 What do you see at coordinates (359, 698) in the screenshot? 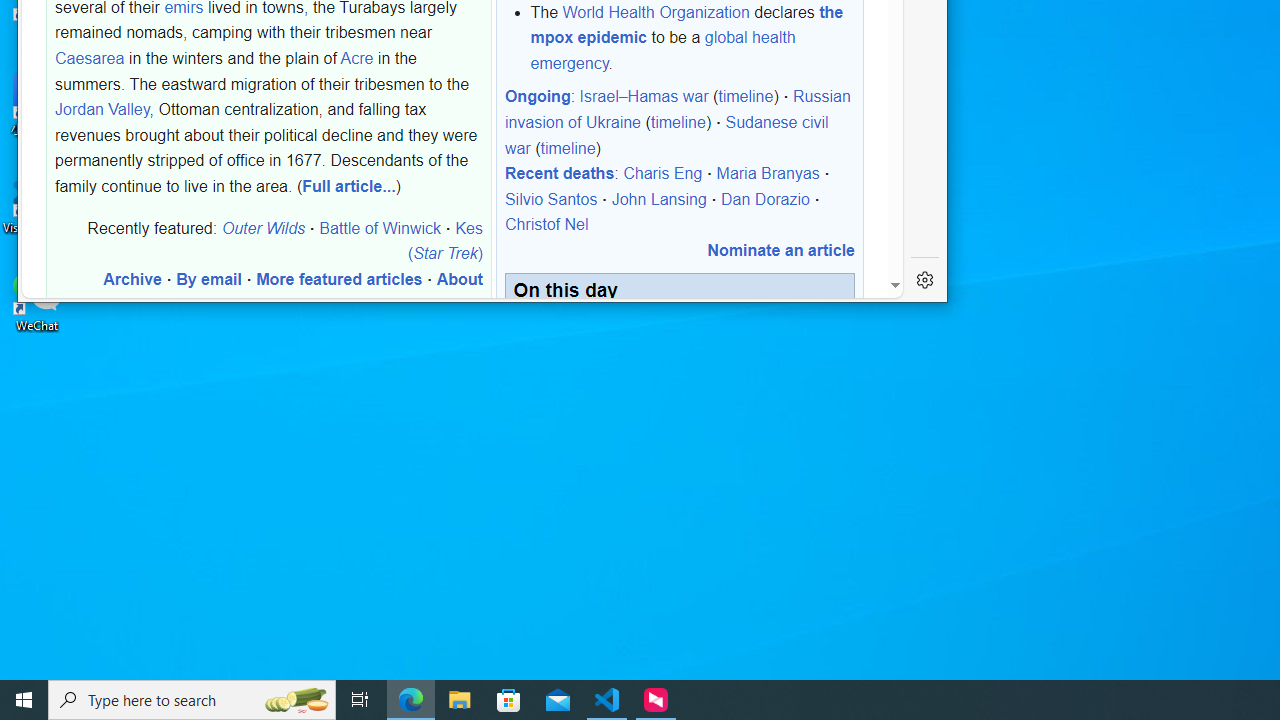
I see `'Task View'` at bounding box center [359, 698].